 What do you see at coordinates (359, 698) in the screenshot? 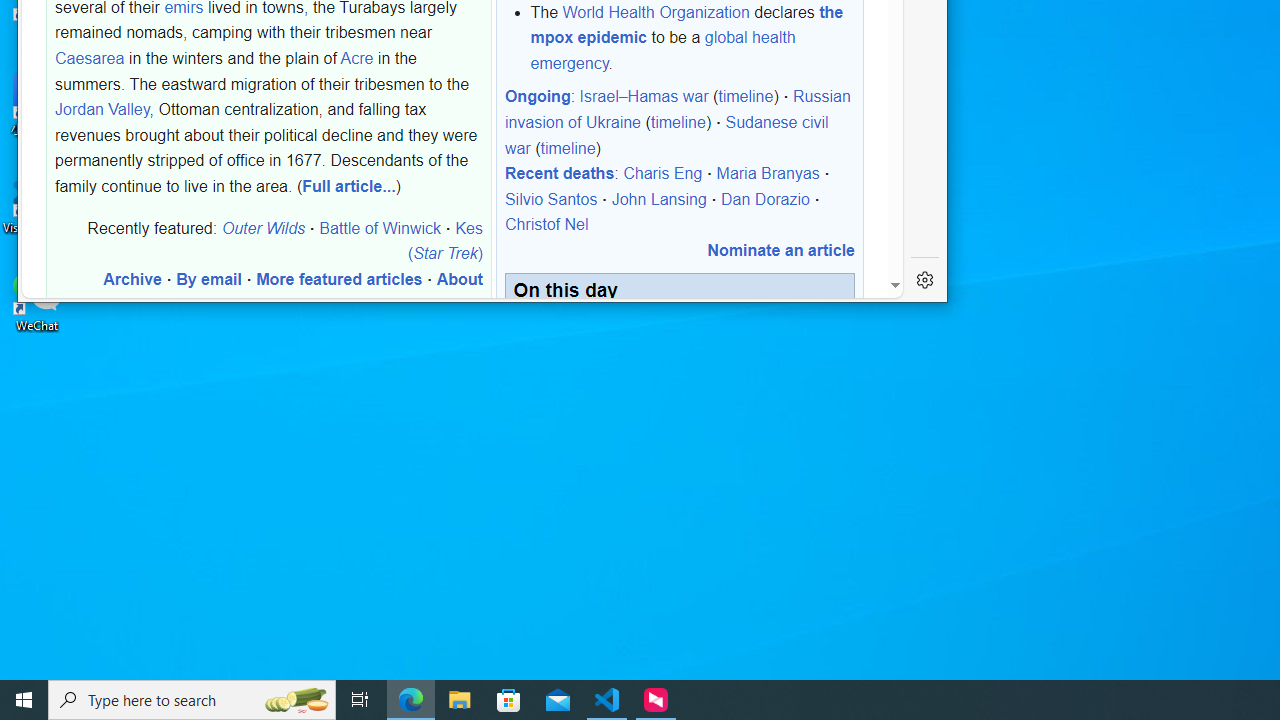
I see `'Task View'` at bounding box center [359, 698].